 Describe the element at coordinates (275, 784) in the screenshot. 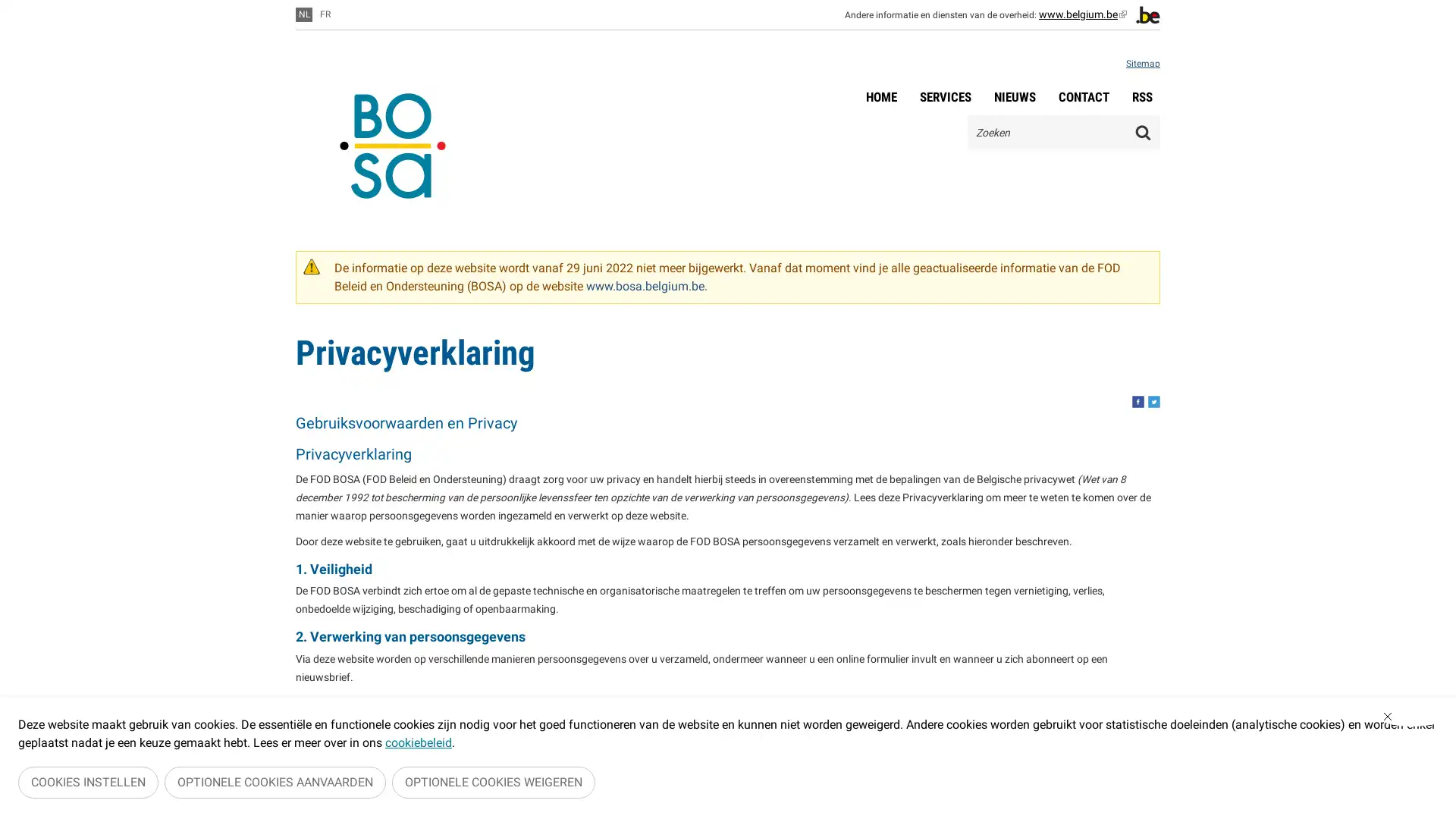

I see `OPTIONELE COOKIES AANVAARDEN` at that location.